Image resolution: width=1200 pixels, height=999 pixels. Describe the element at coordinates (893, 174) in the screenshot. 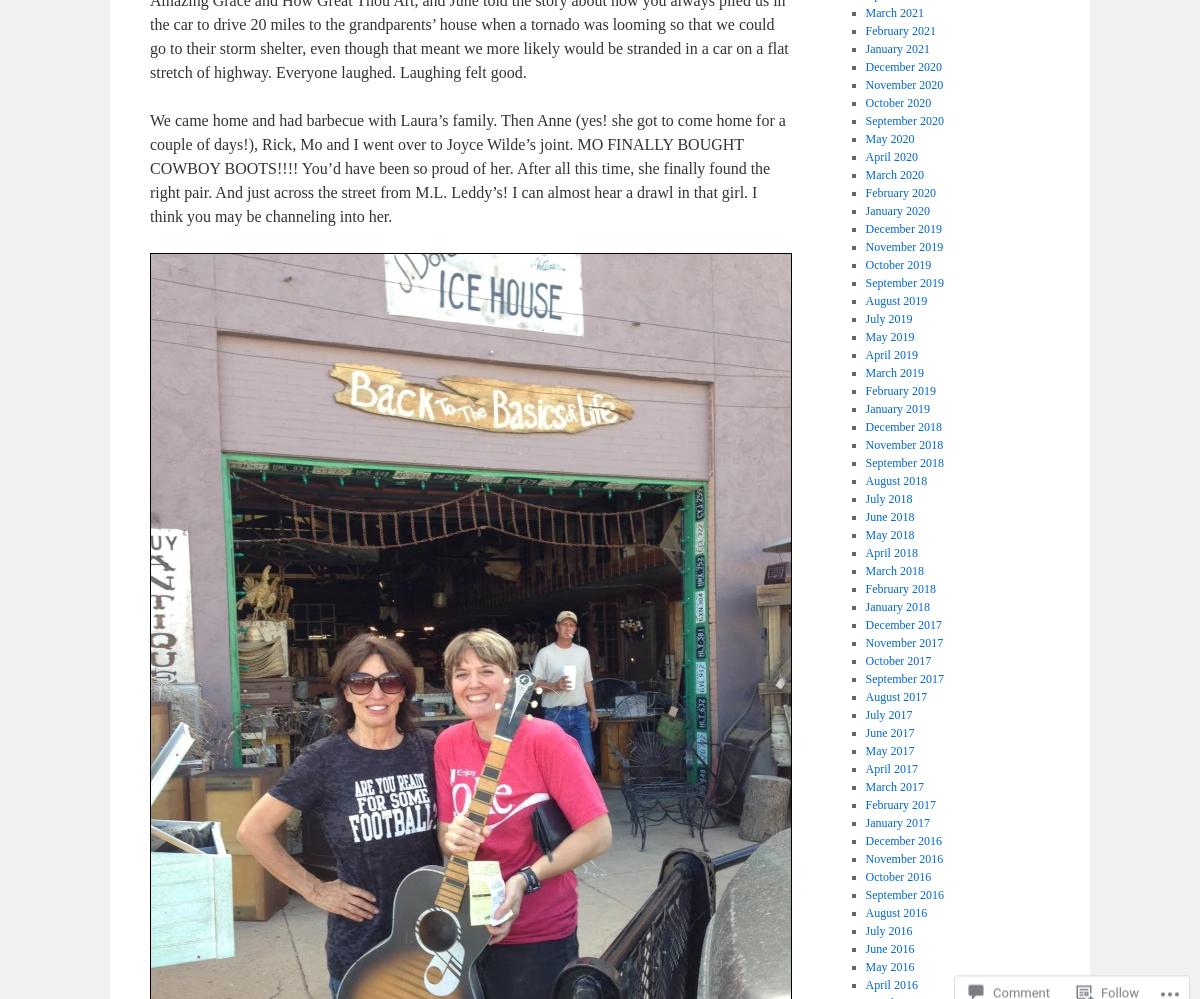

I see `'March 2020'` at that location.